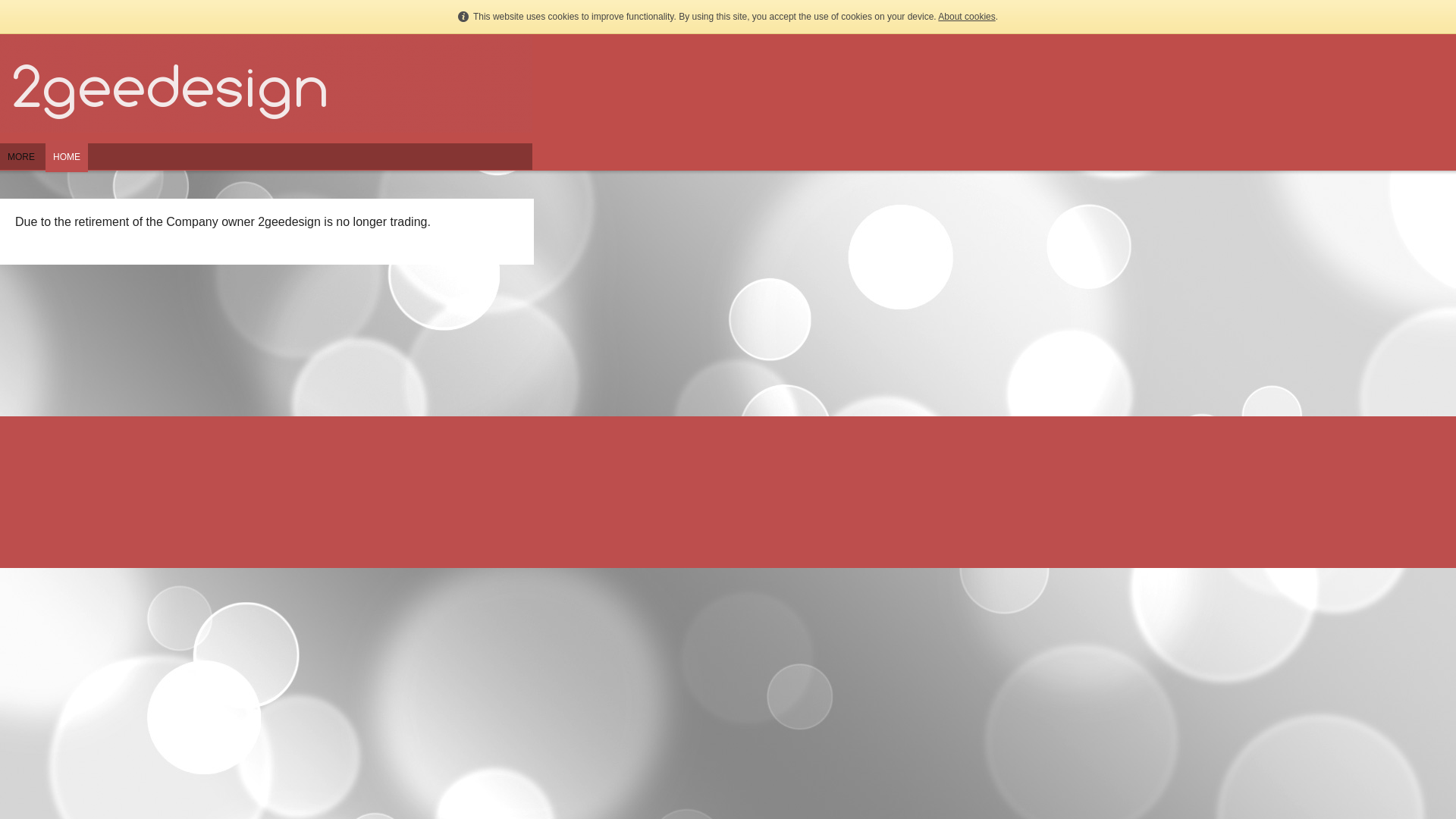 The width and height of the screenshot is (1456, 819). What do you see at coordinates (45, 164) in the screenshot?
I see `'HOME'` at bounding box center [45, 164].